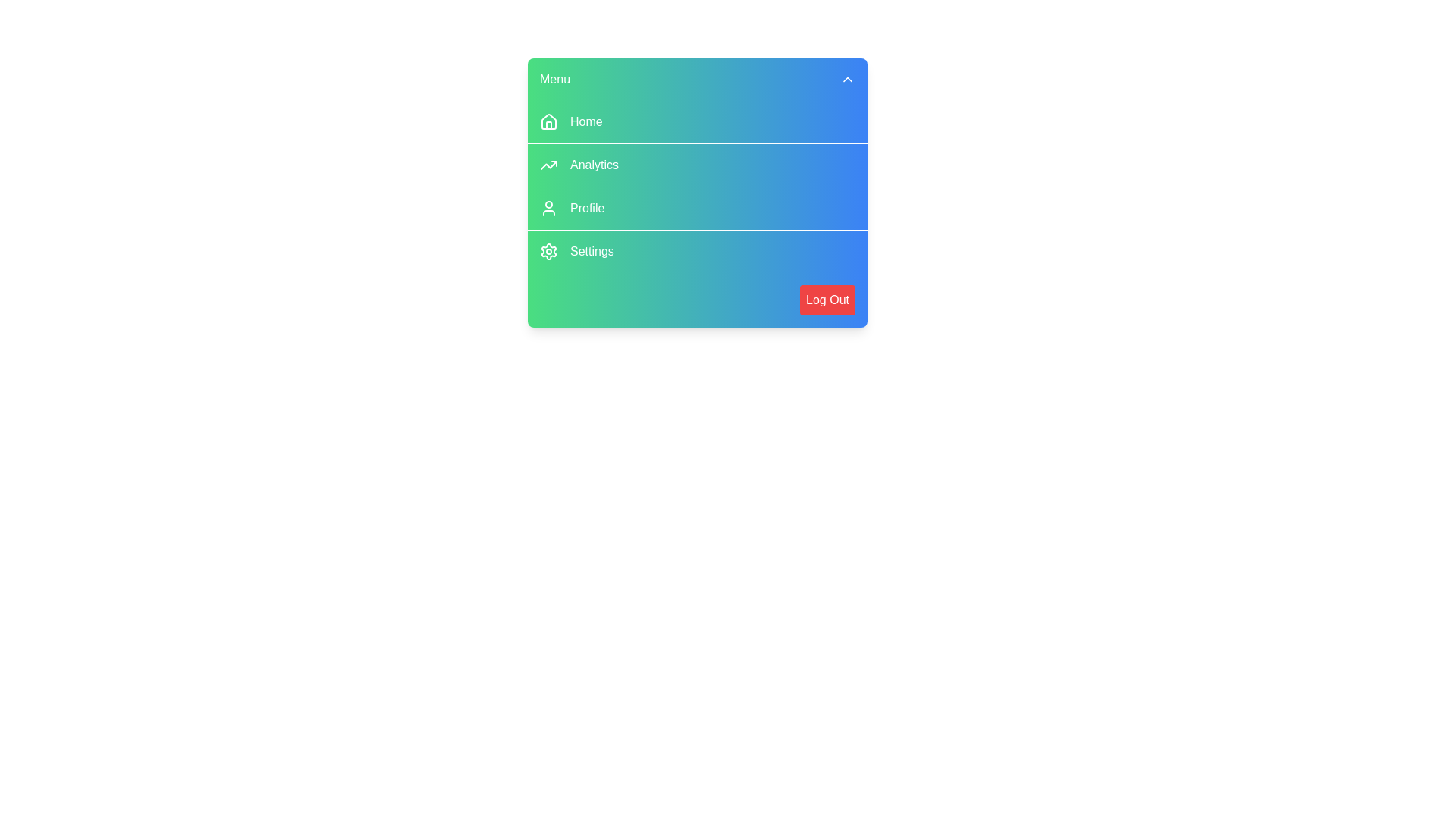 The width and height of the screenshot is (1456, 819). I want to click on the menu item Profile to trigger its hover effect, so click(697, 208).